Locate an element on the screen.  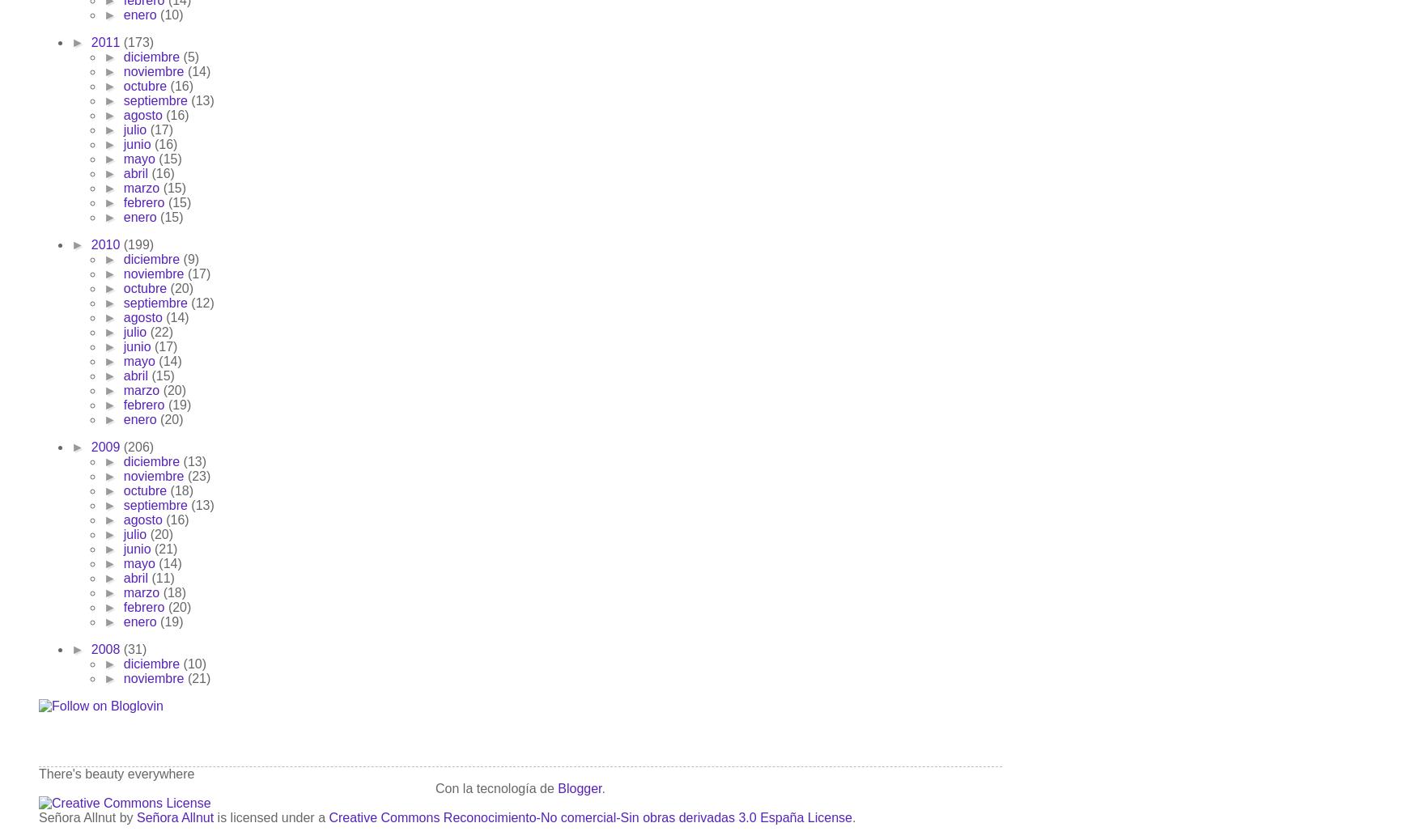
'Con la tecnología de' is located at coordinates (496, 787).